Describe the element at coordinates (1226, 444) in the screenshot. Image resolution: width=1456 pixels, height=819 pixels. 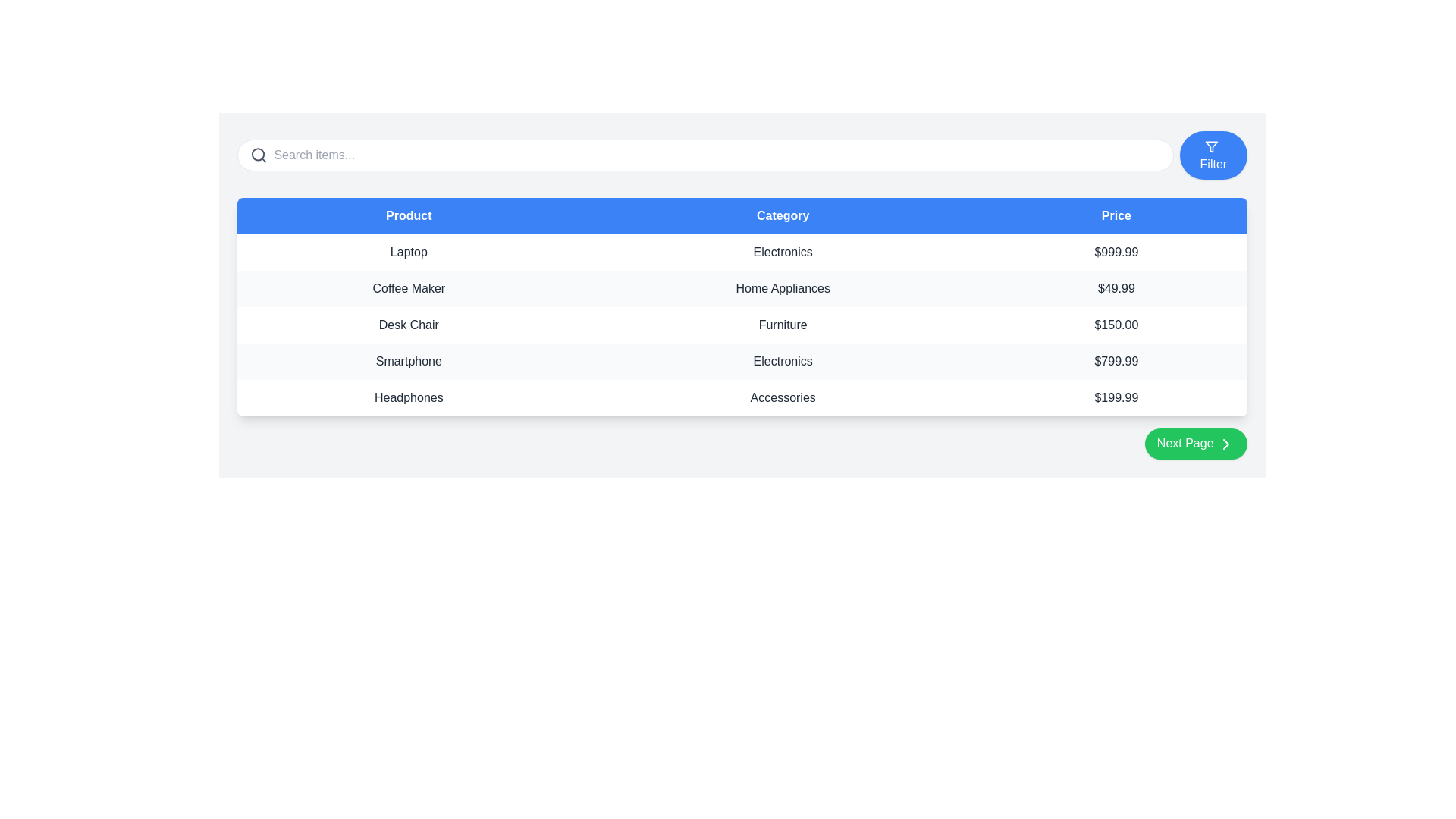
I see `the rightward-pointing chevron arrow icon located at the center of the green circular button labeled 'Next Page'` at that location.